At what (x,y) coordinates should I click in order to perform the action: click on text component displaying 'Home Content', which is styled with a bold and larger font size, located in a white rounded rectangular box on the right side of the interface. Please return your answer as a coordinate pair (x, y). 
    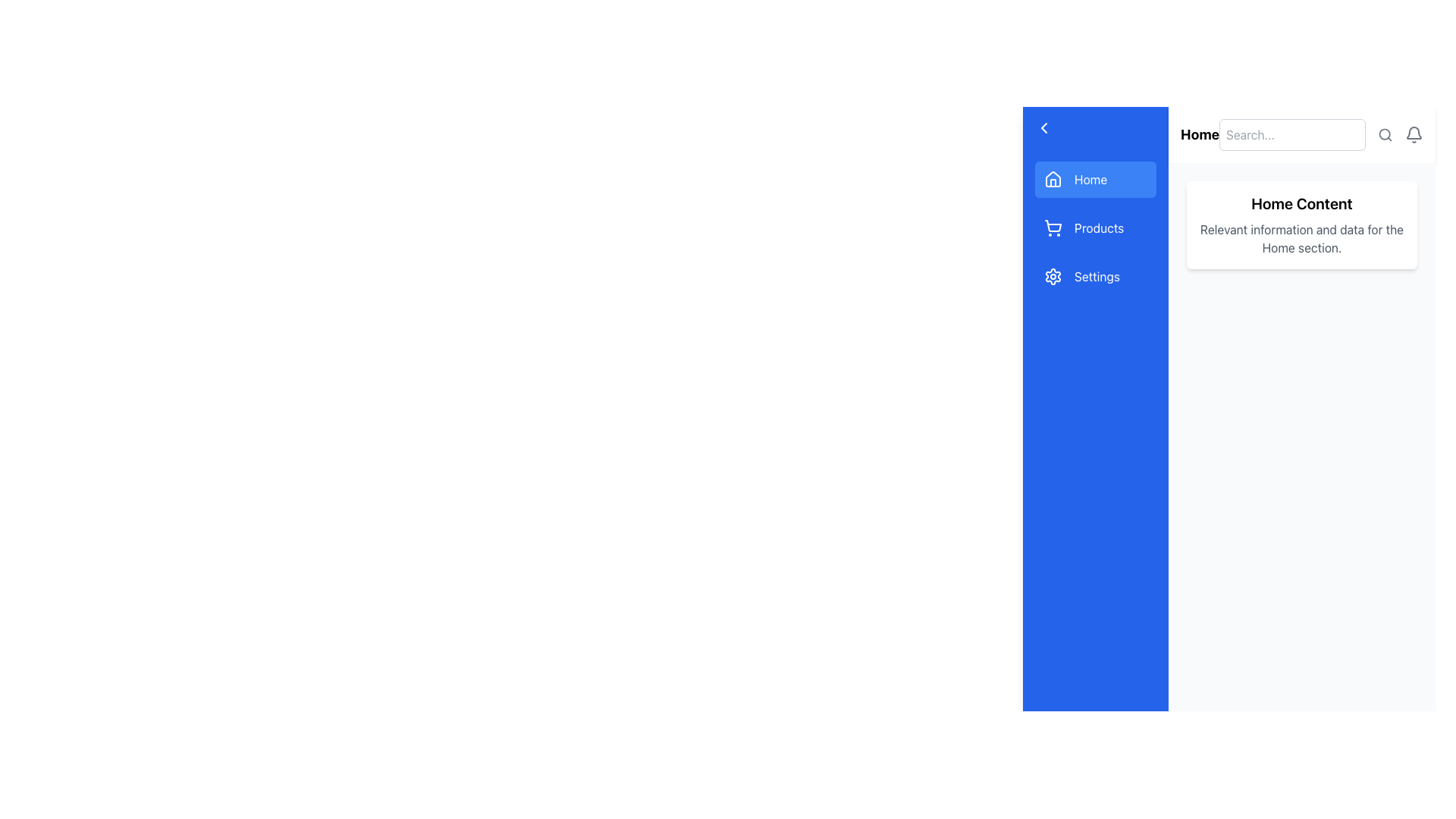
    Looking at the image, I should click on (1301, 203).